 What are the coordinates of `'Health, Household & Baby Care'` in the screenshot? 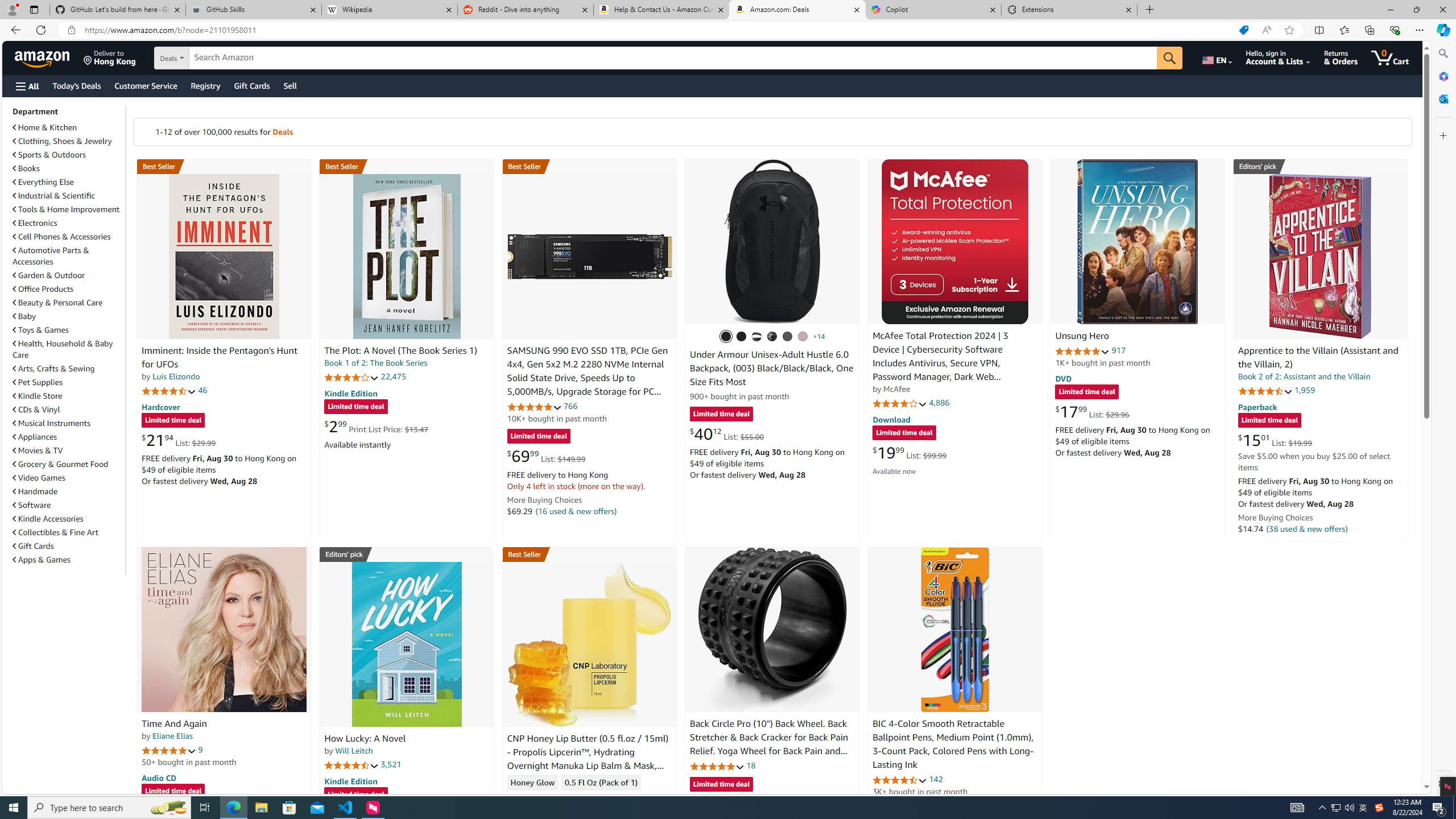 It's located at (63, 349).